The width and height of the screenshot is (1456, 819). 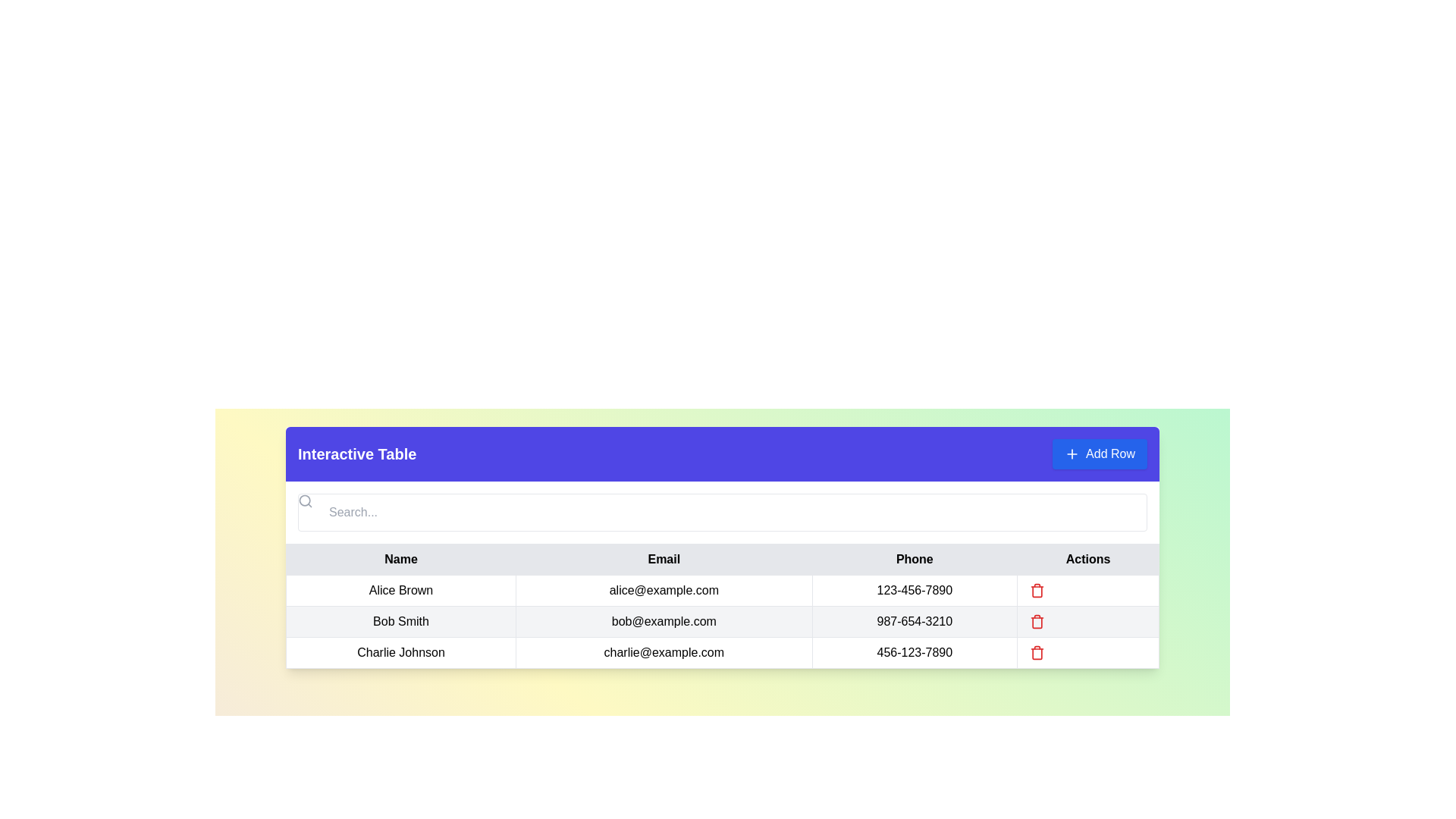 What do you see at coordinates (400, 622) in the screenshot?
I see `the text area displaying the name 'Bob Smith', which is styled with centered alignment and bordered edges, located in the second row under the 'Name' column of the table` at bounding box center [400, 622].